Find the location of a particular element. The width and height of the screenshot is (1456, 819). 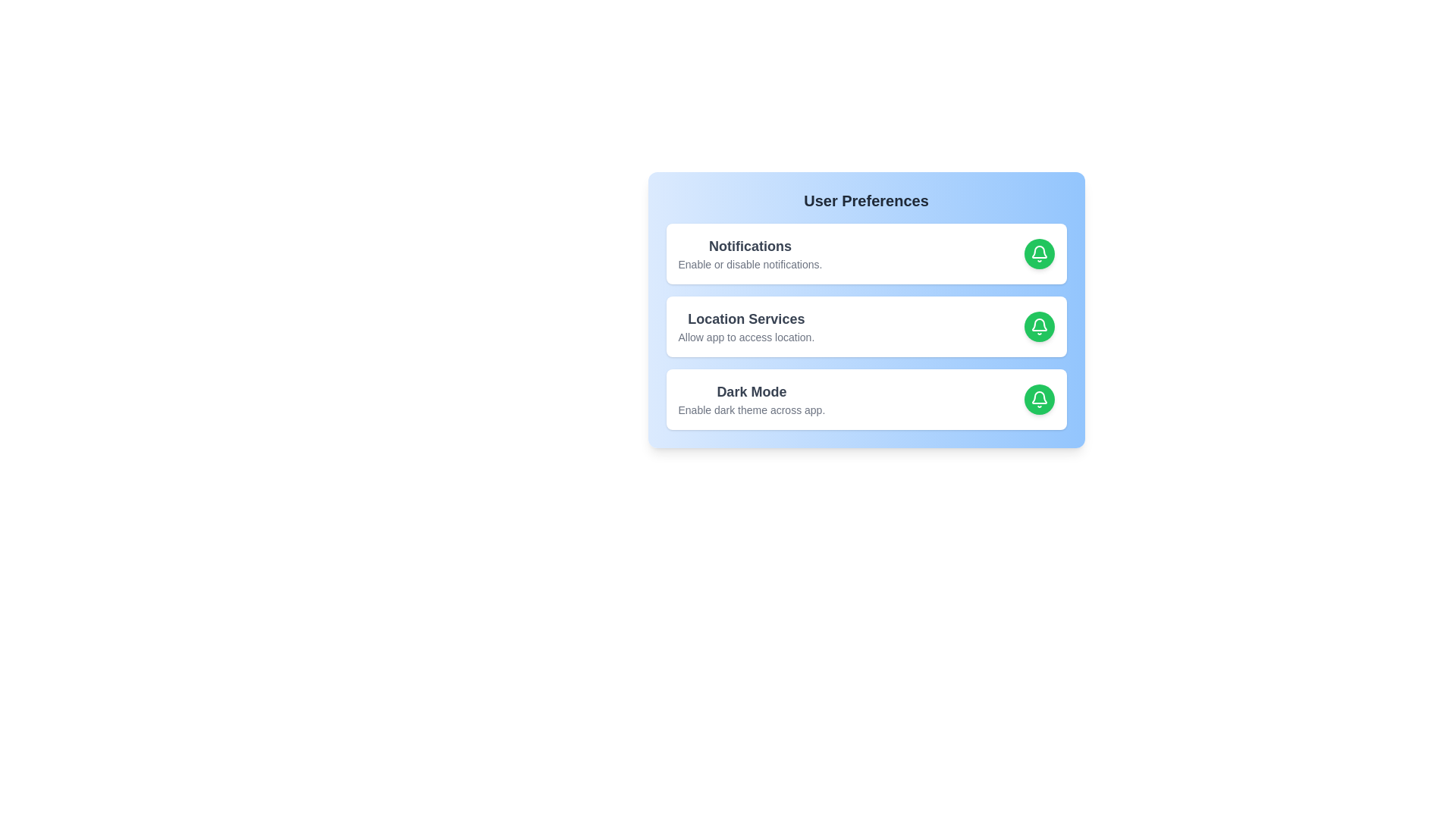

the text of the preference item 'Dark Mode' is located at coordinates (752, 391).